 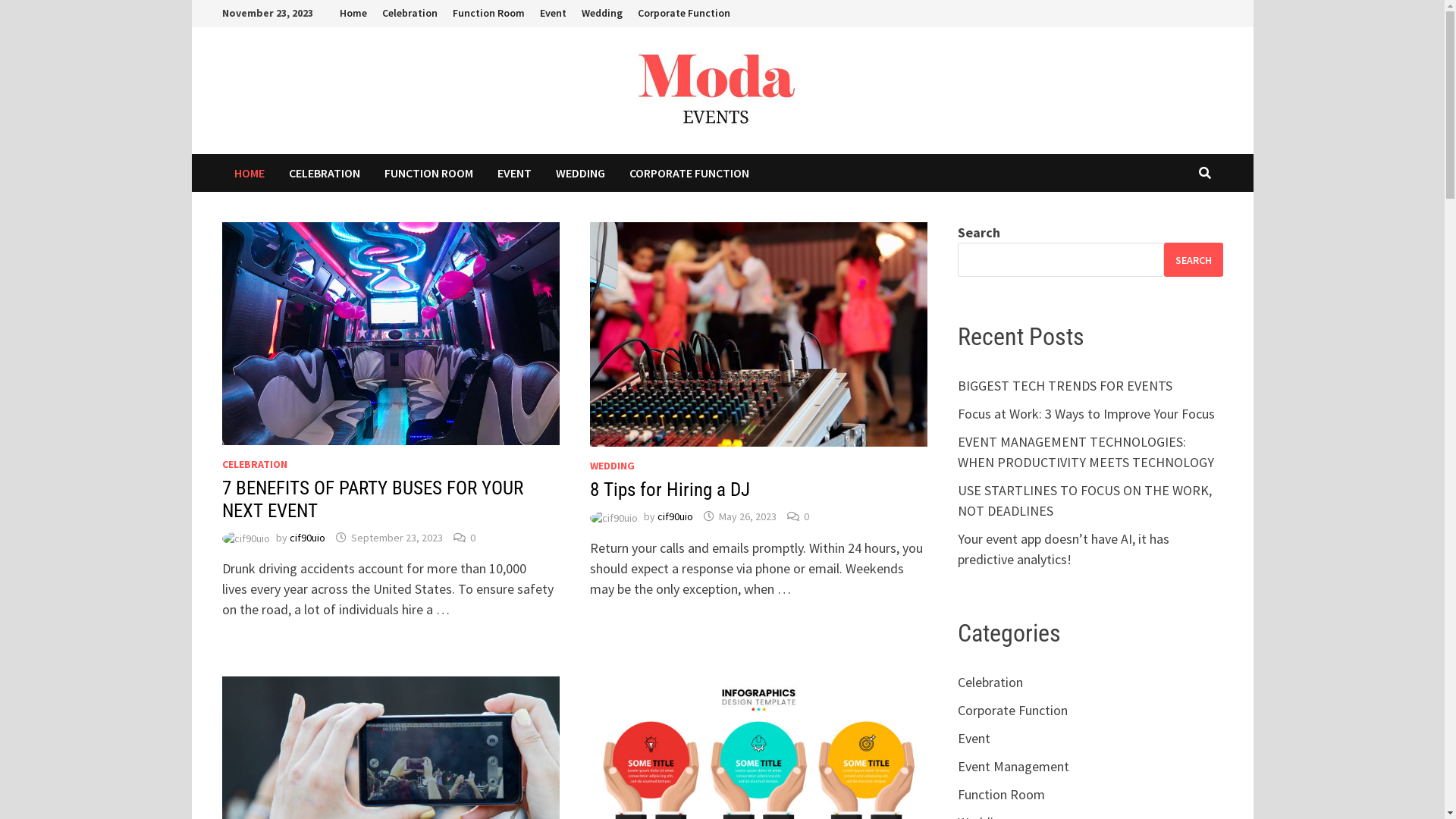 What do you see at coordinates (1064, 384) in the screenshot?
I see `'BIGGEST TECH TRENDS FOR EVENTS'` at bounding box center [1064, 384].